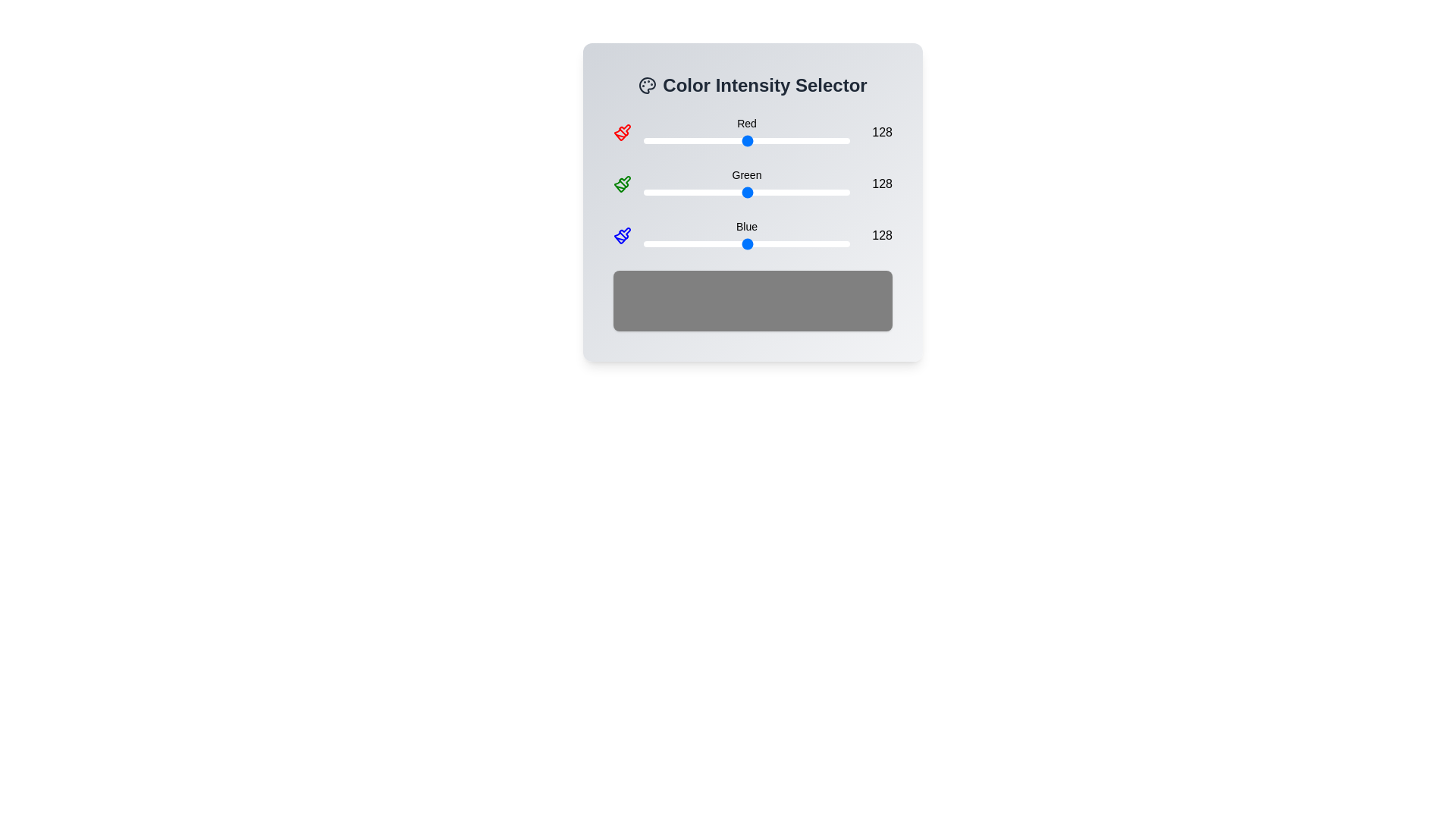 Image resolution: width=1456 pixels, height=819 pixels. Describe the element at coordinates (832, 243) in the screenshot. I see `the blue color intensity` at that location.